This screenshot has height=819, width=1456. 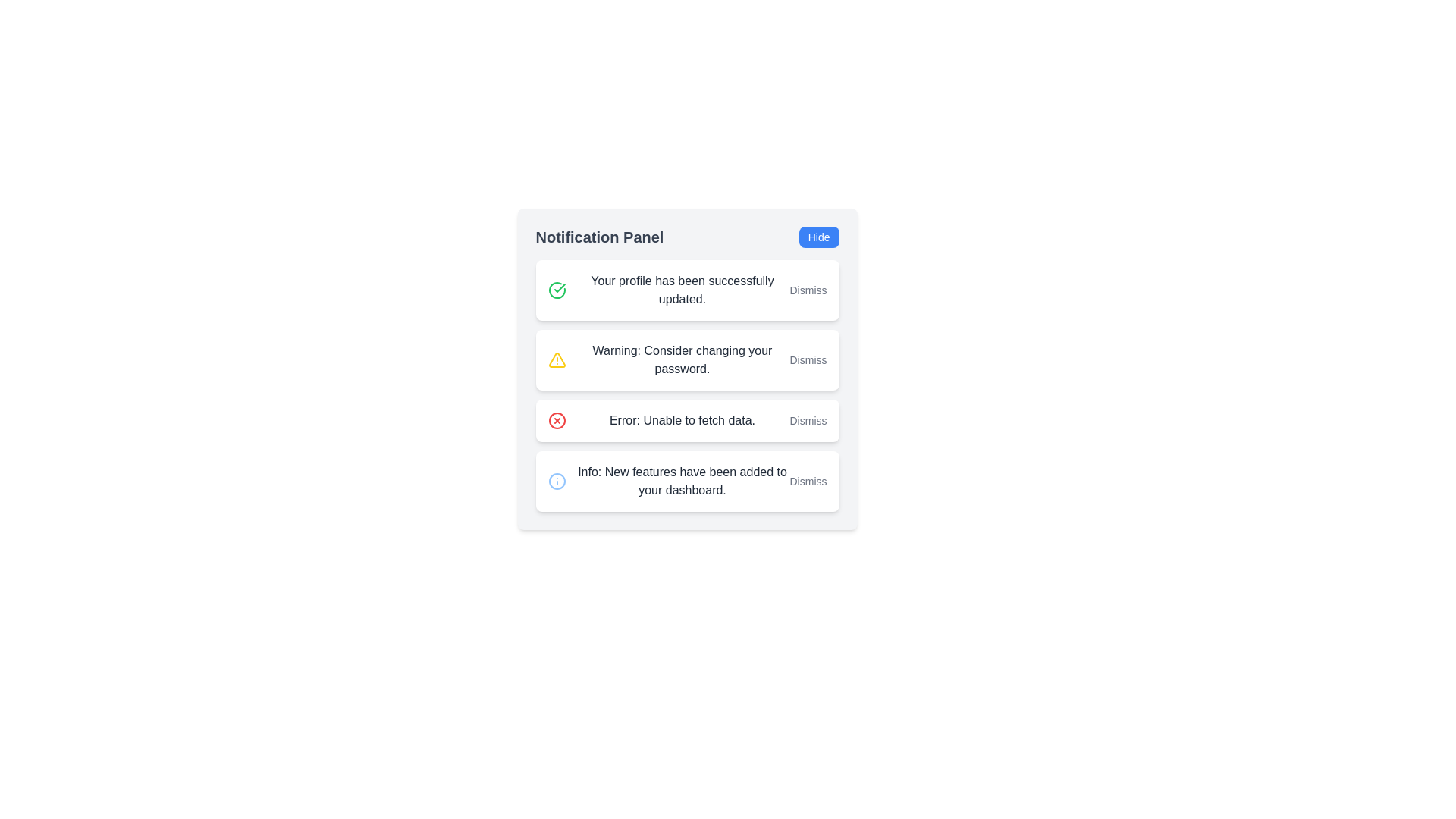 What do you see at coordinates (556, 290) in the screenshot?
I see `the circular green check icon with a white background located at the top-left corner of the first notification card for visual confirmation` at bounding box center [556, 290].